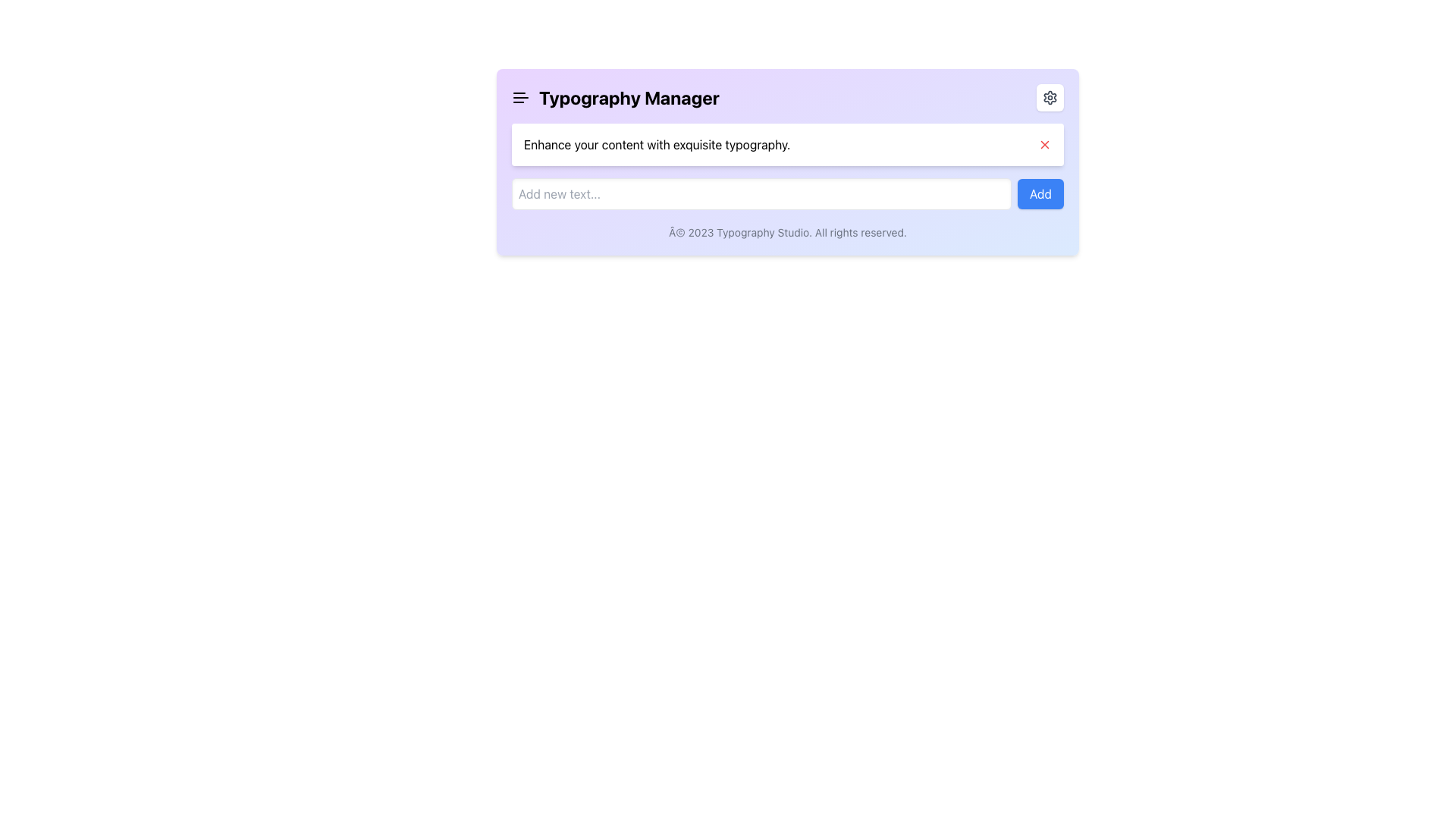 The width and height of the screenshot is (1456, 819). What do you see at coordinates (1050, 96) in the screenshot?
I see `the settings icon located at the top-right corner of the interface` at bounding box center [1050, 96].